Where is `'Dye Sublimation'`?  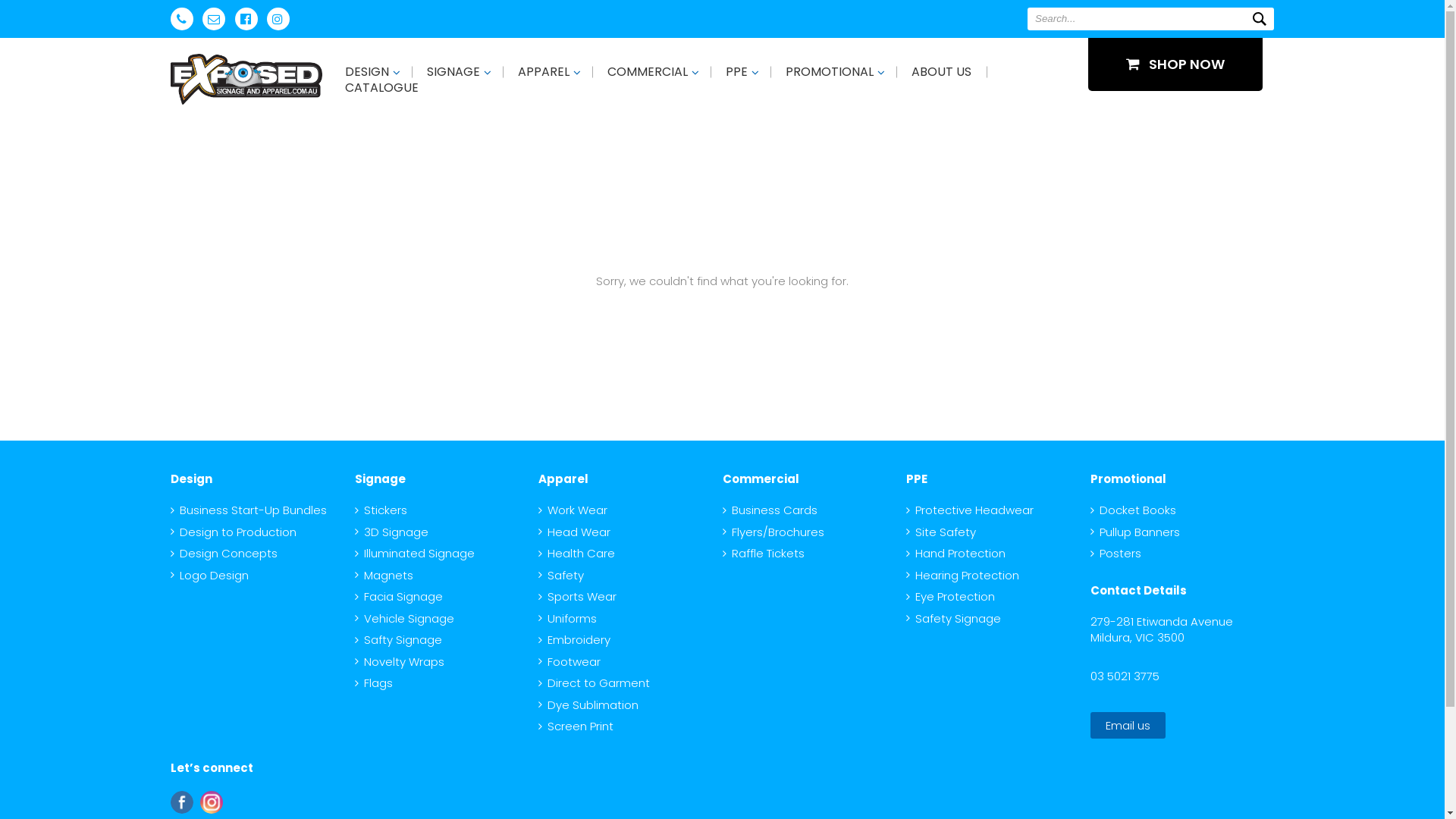 'Dye Sublimation' is located at coordinates (588, 704).